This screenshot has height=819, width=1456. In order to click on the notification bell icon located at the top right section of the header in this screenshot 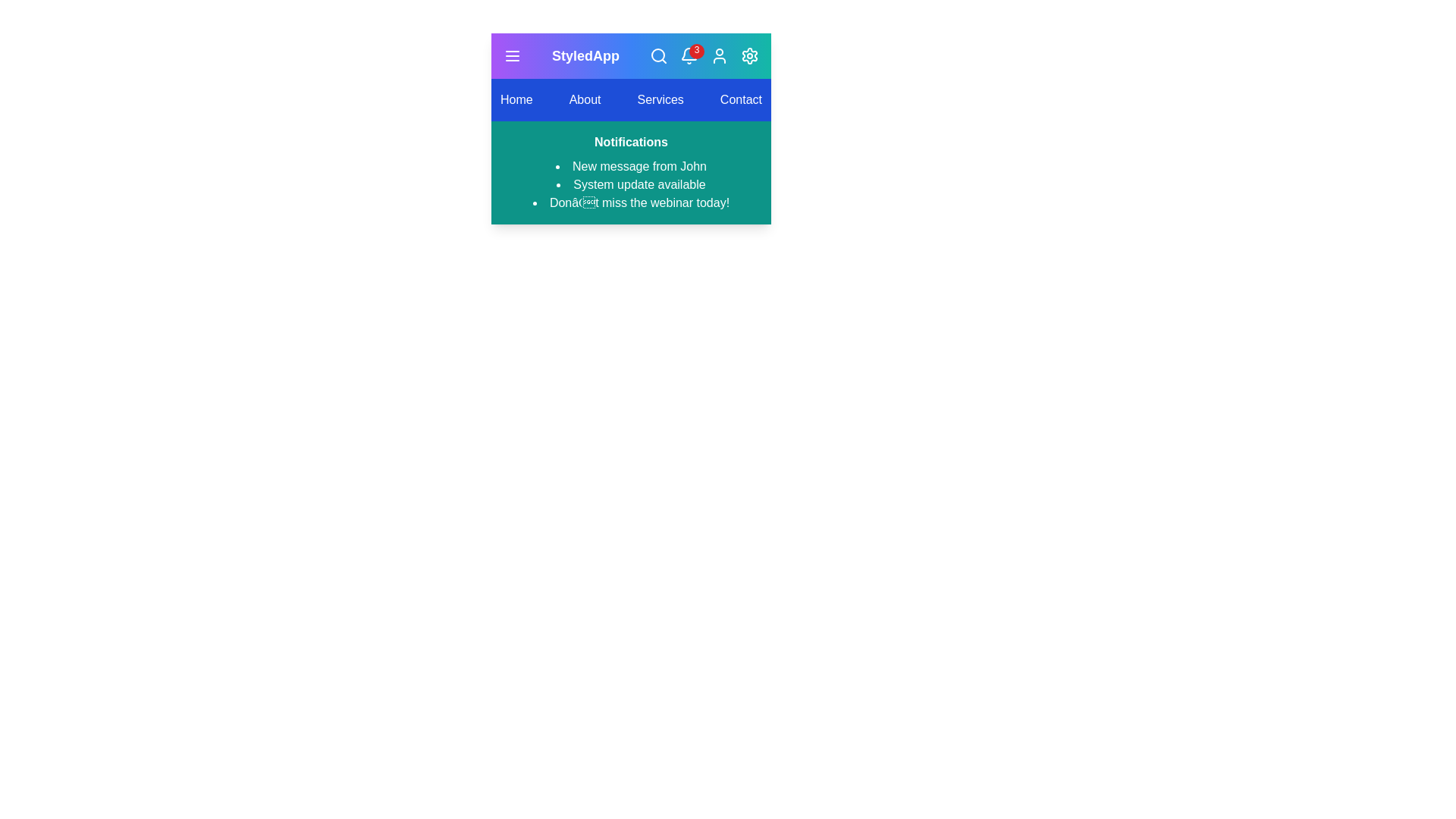, I will do `click(688, 53)`.